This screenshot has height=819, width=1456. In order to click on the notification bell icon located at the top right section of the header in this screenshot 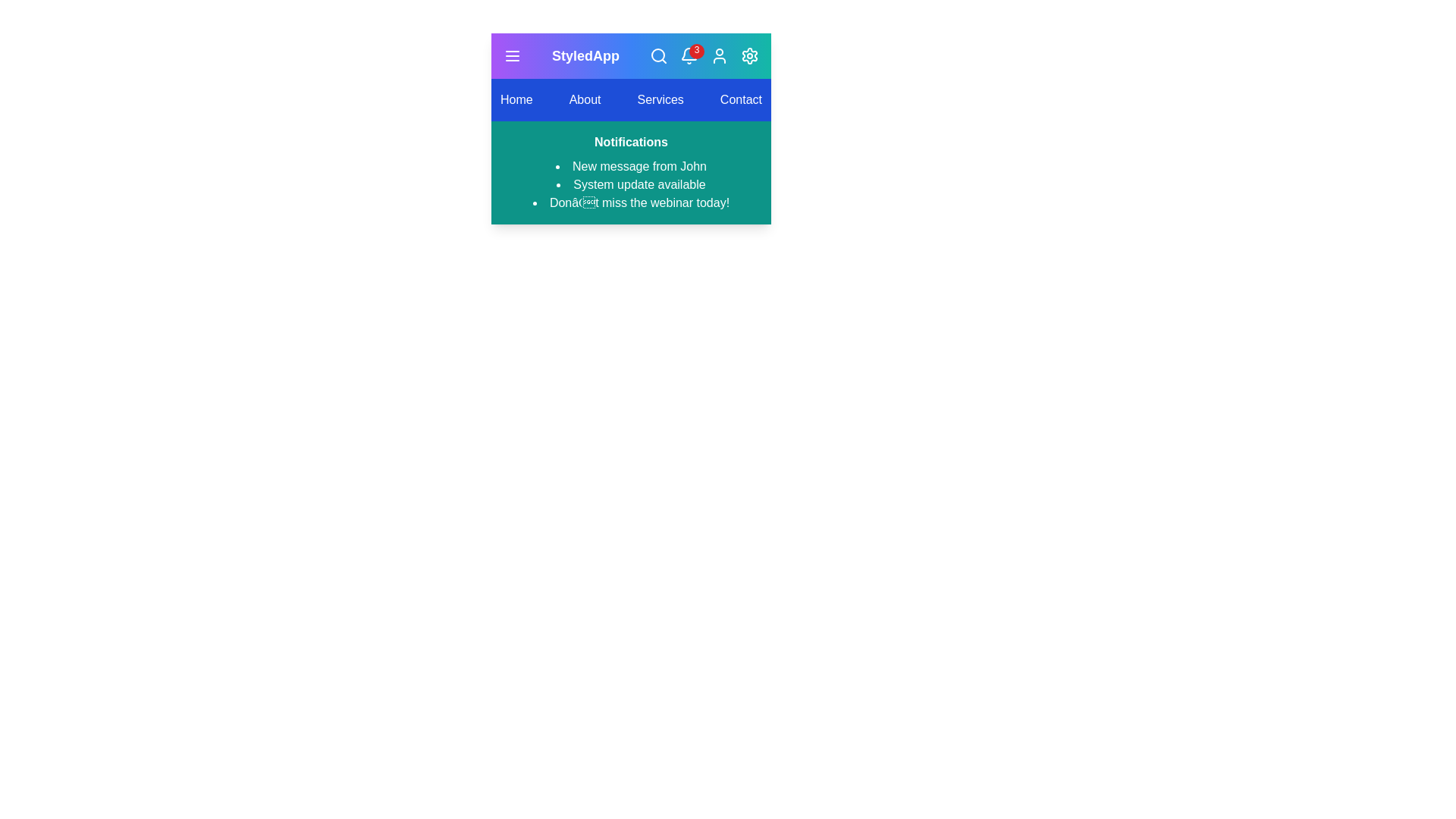, I will do `click(688, 53)`.